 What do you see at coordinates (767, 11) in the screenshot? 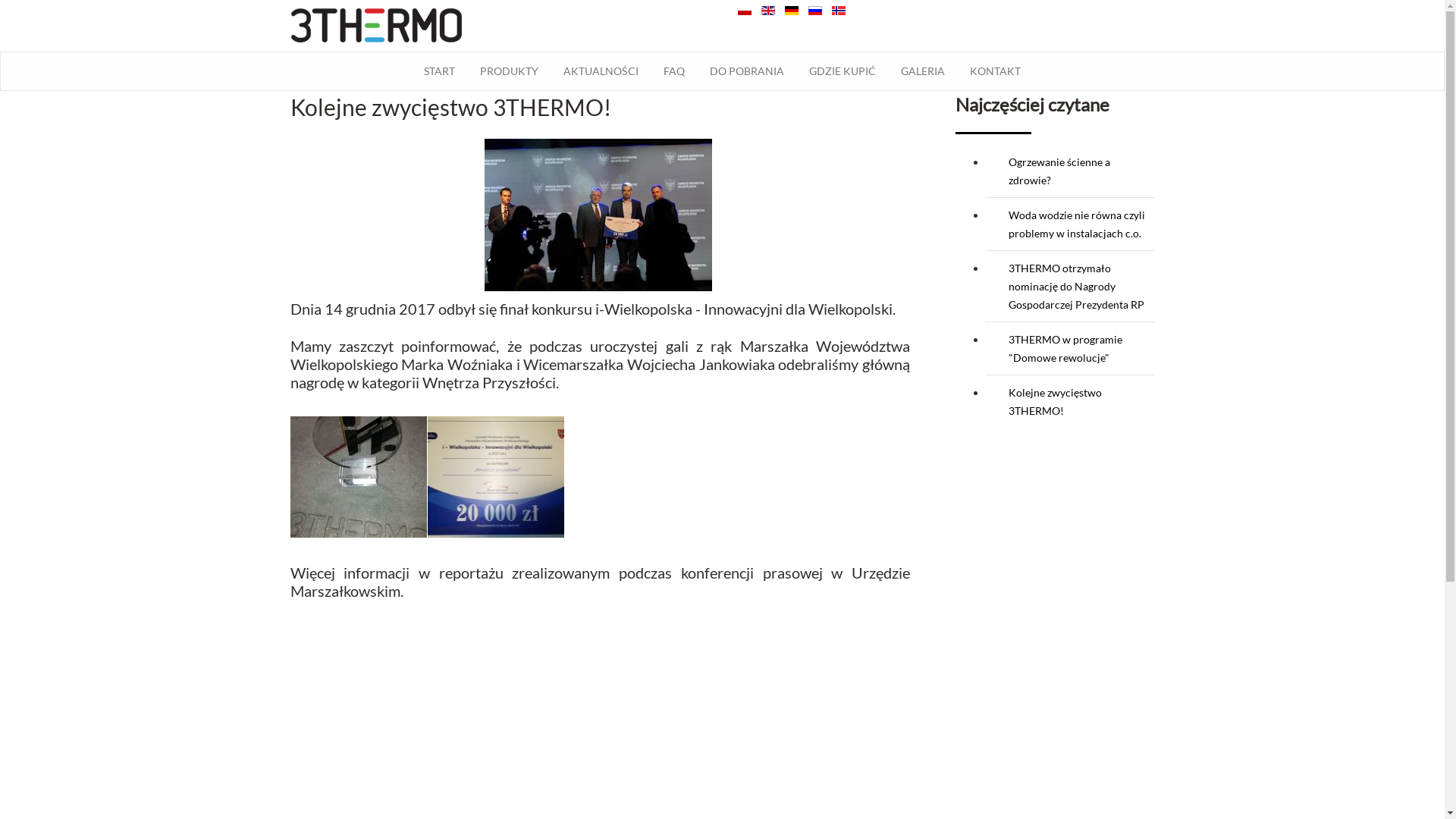
I see `'English (UK)'` at bounding box center [767, 11].